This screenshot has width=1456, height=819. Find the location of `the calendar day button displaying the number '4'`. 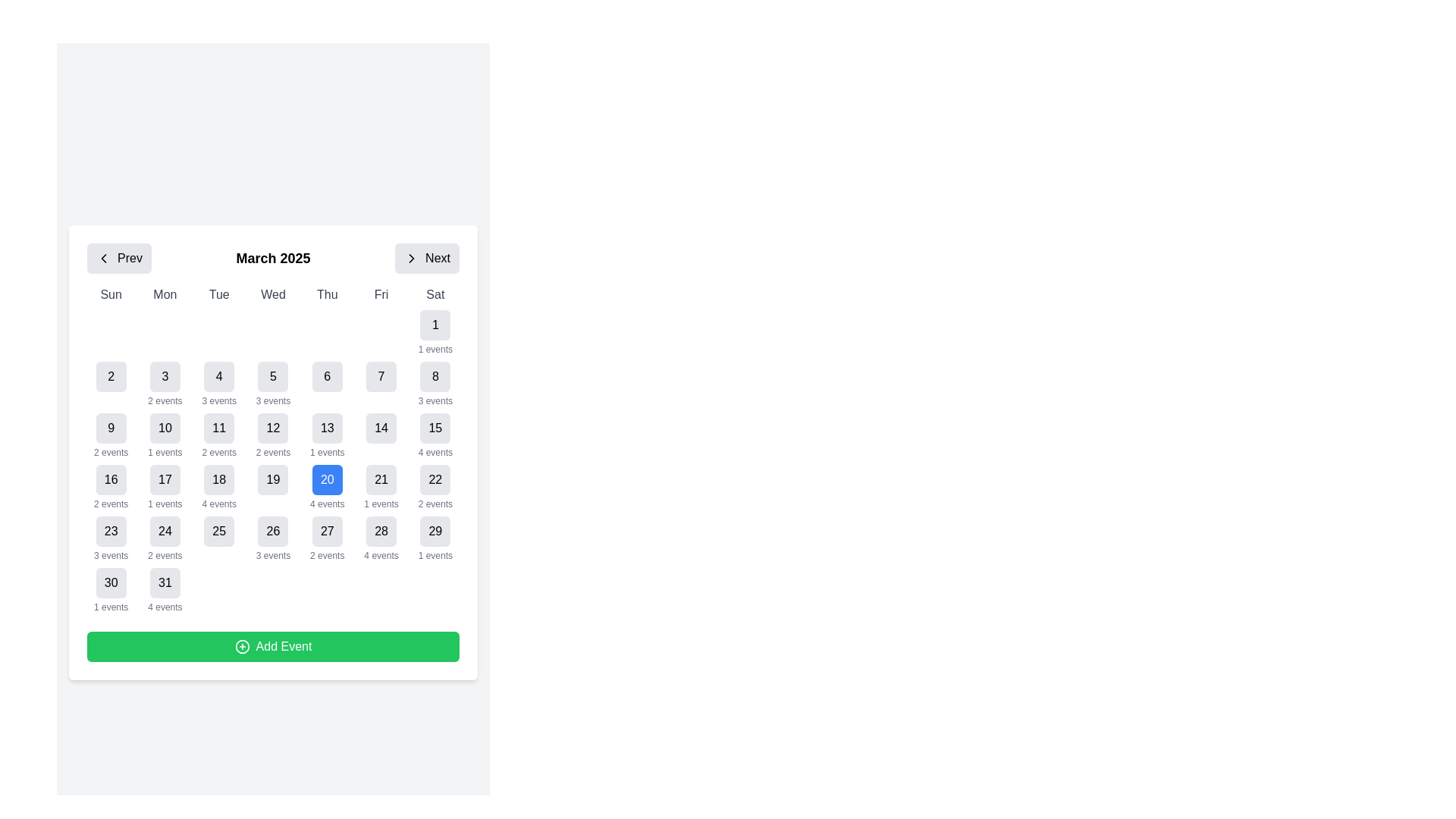

the calendar day button displaying the number '4' is located at coordinates (218, 376).